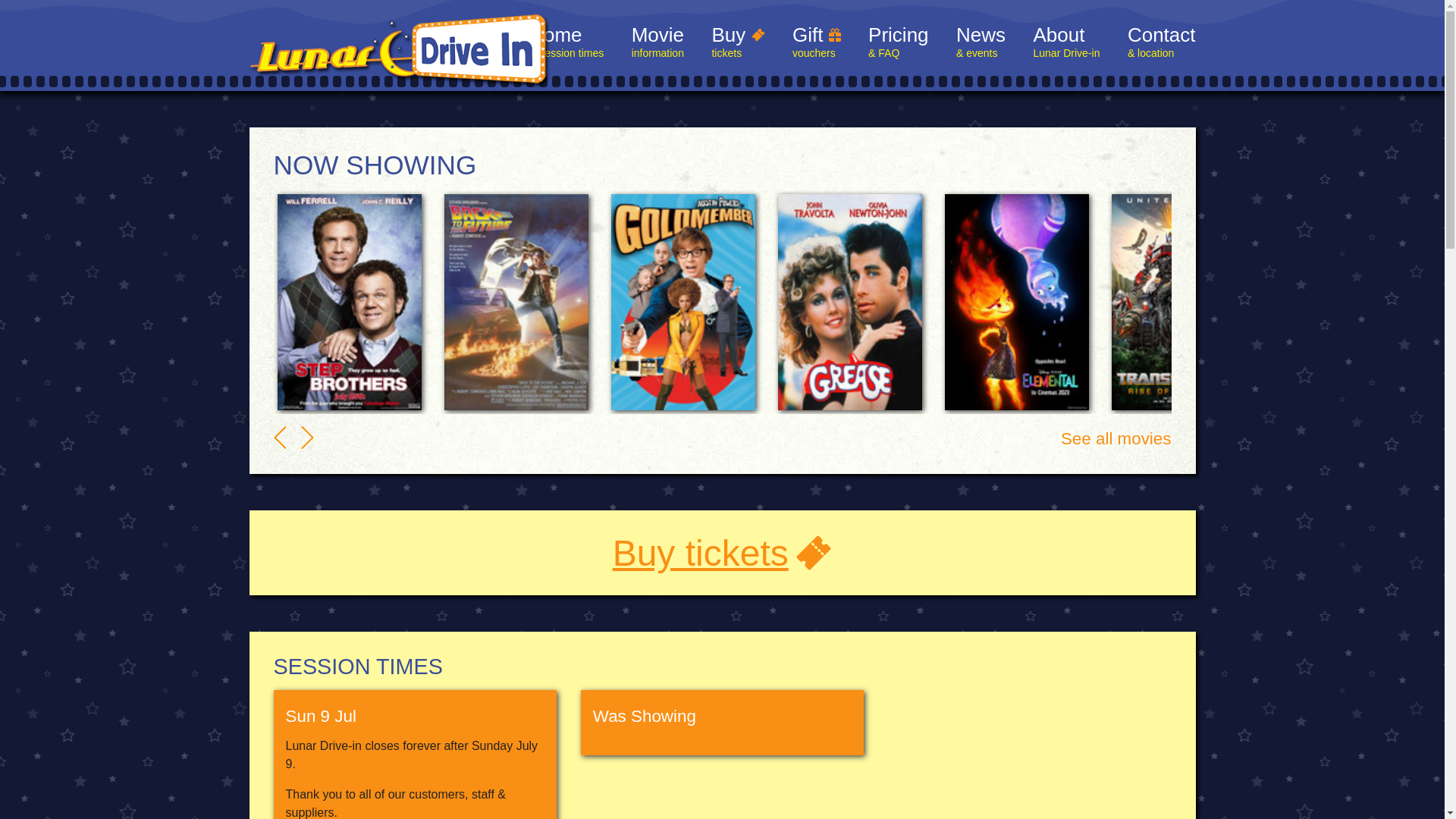 This screenshot has height=819, width=1456. I want to click on 'Movie, so click(657, 42).